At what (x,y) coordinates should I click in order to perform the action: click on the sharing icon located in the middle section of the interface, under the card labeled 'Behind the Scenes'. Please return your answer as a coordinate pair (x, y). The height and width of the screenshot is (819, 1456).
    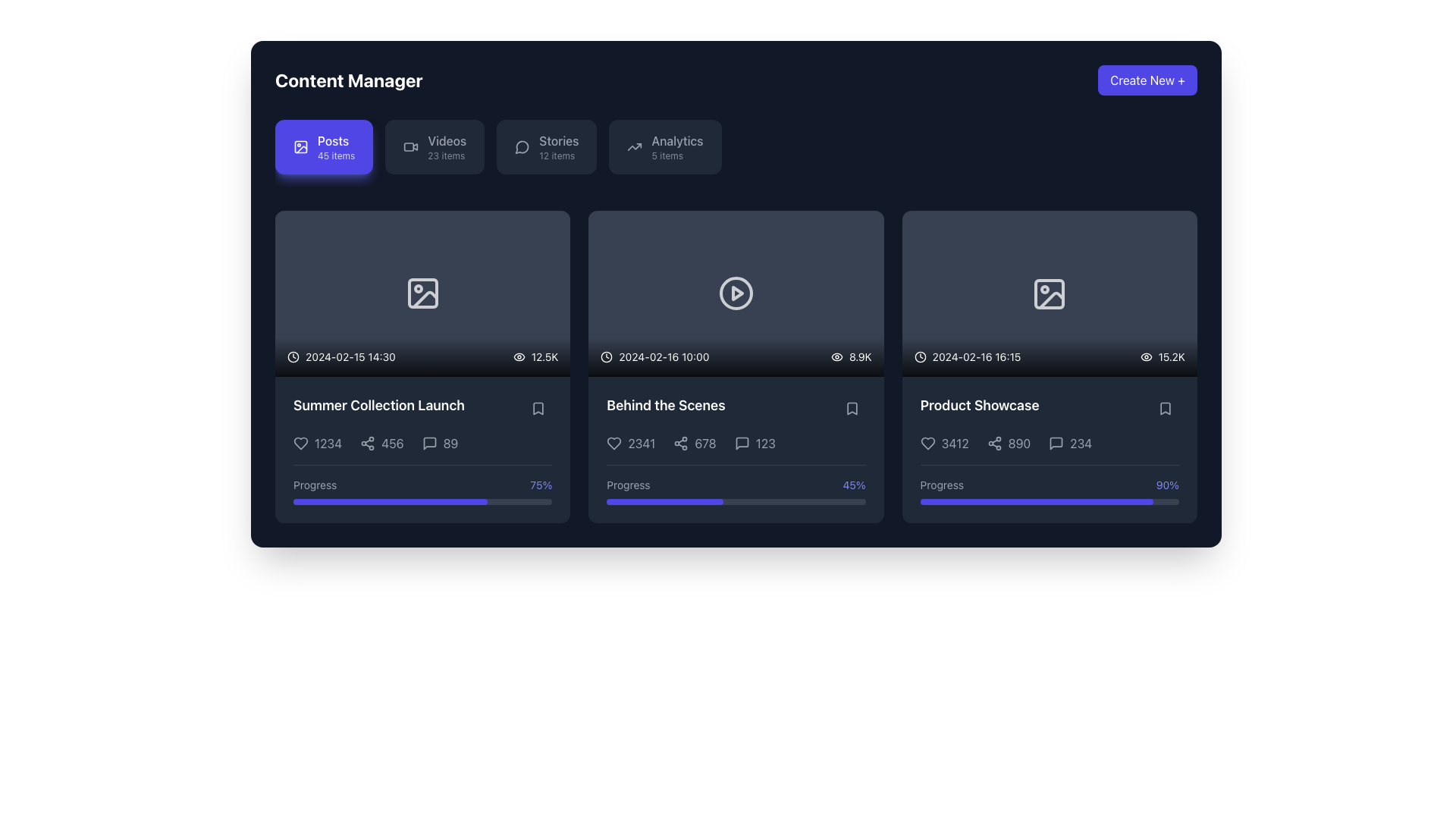
    Looking at the image, I should click on (680, 443).